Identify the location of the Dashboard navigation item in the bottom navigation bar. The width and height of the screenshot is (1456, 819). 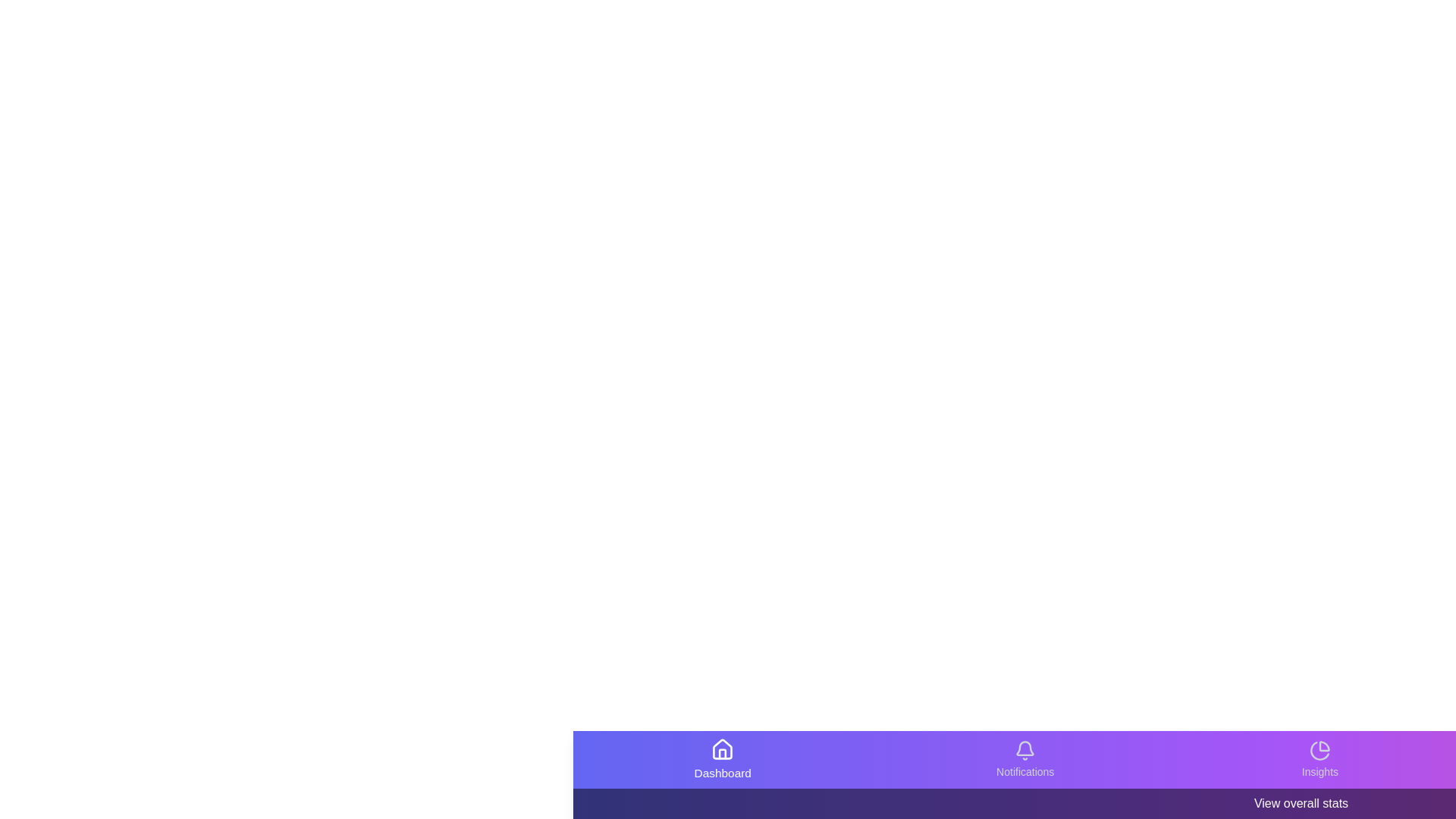
(722, 760).